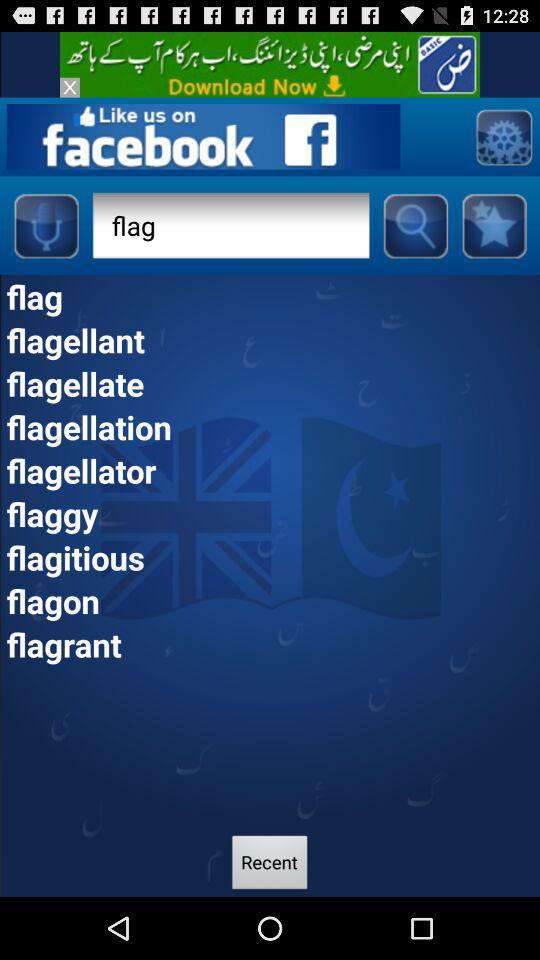  I want to click on settings, so click(502, 135).